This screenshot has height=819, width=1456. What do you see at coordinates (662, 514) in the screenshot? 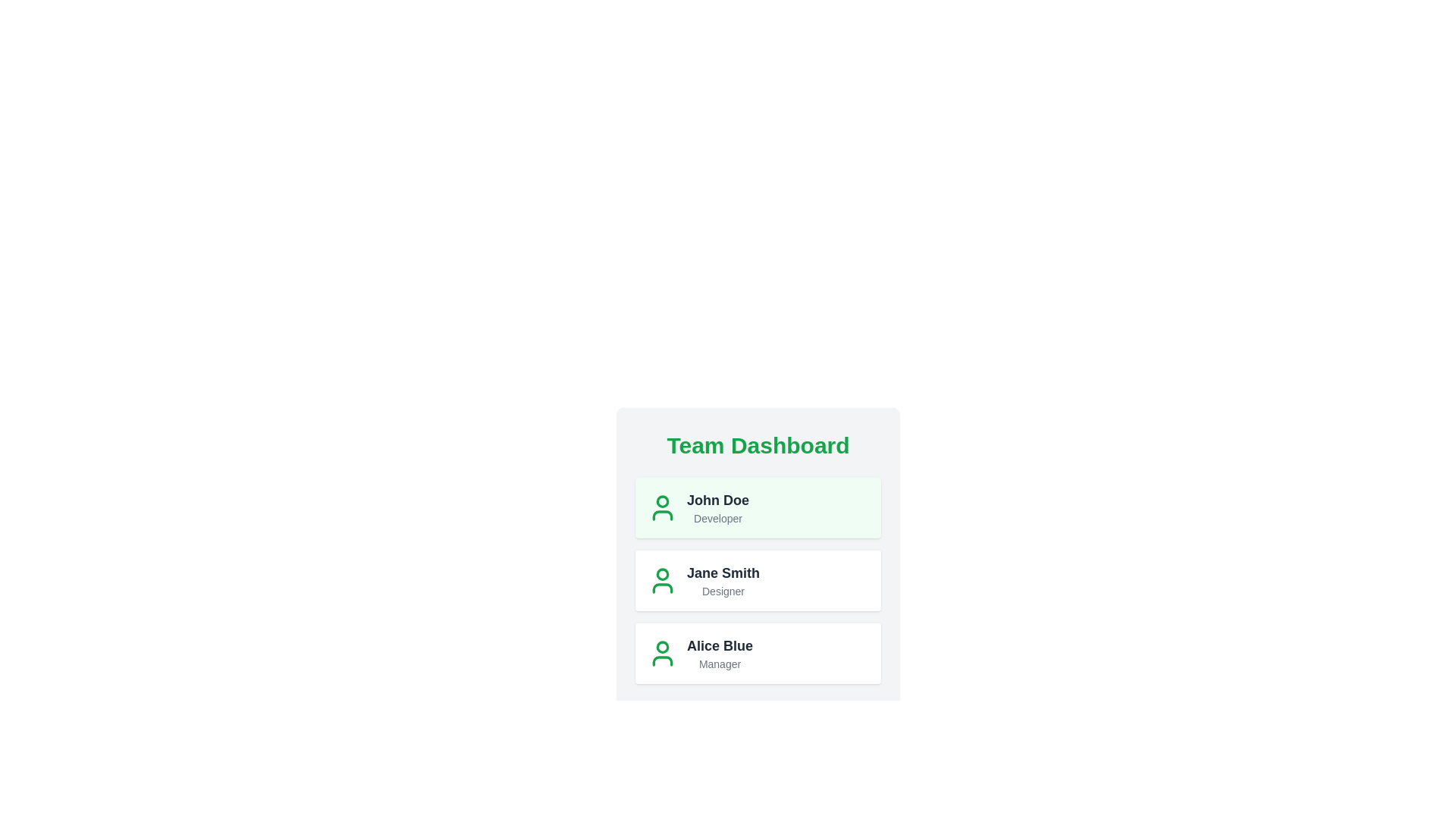
I see `the lower part of the user icon within the user profile card in the 'Team Dashboard' section, which is a vector graphic and purely aesthetic` at bounding box center [662, 514].